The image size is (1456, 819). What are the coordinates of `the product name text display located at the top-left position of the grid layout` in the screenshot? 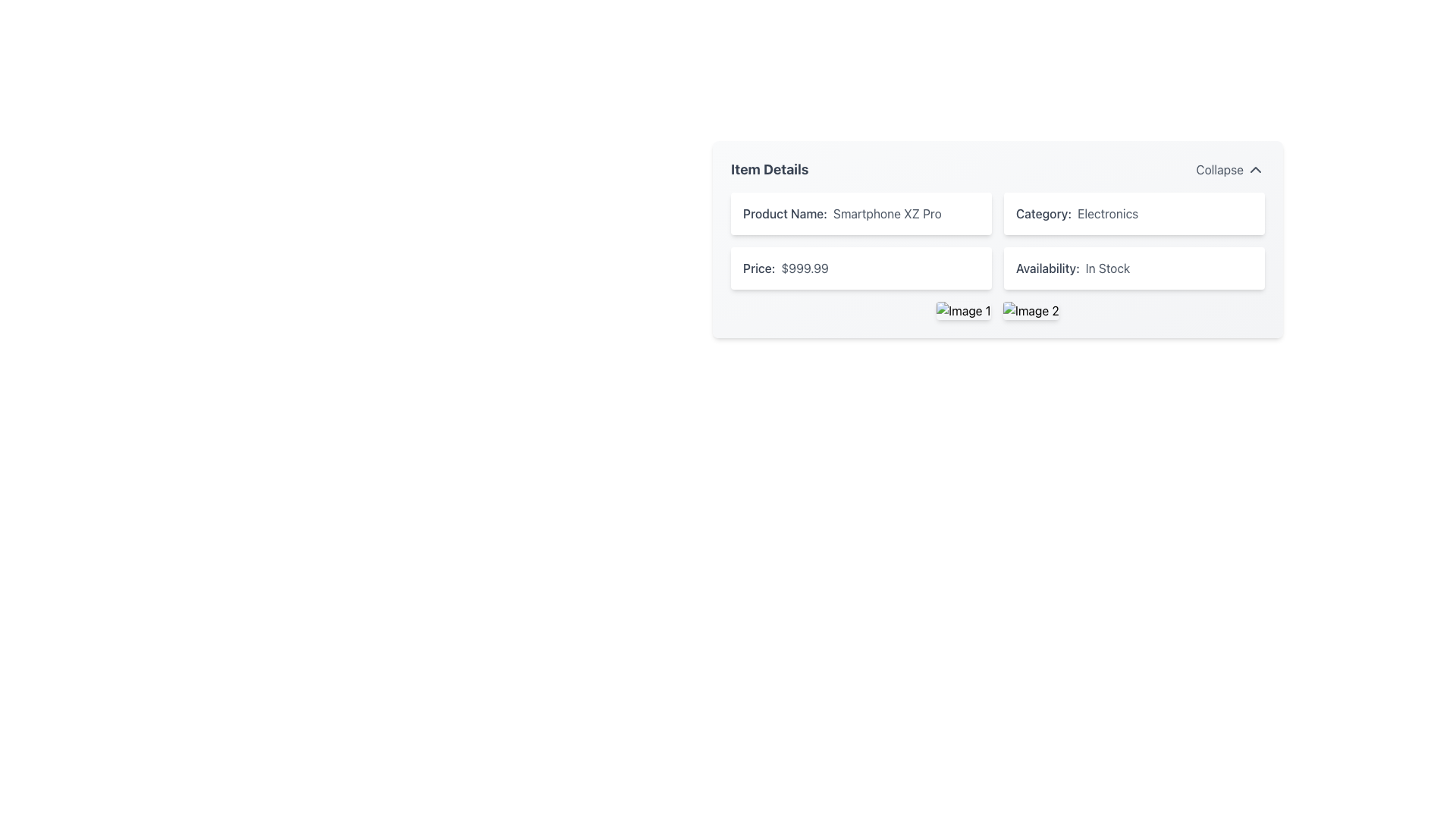 It's located at (861, 213).